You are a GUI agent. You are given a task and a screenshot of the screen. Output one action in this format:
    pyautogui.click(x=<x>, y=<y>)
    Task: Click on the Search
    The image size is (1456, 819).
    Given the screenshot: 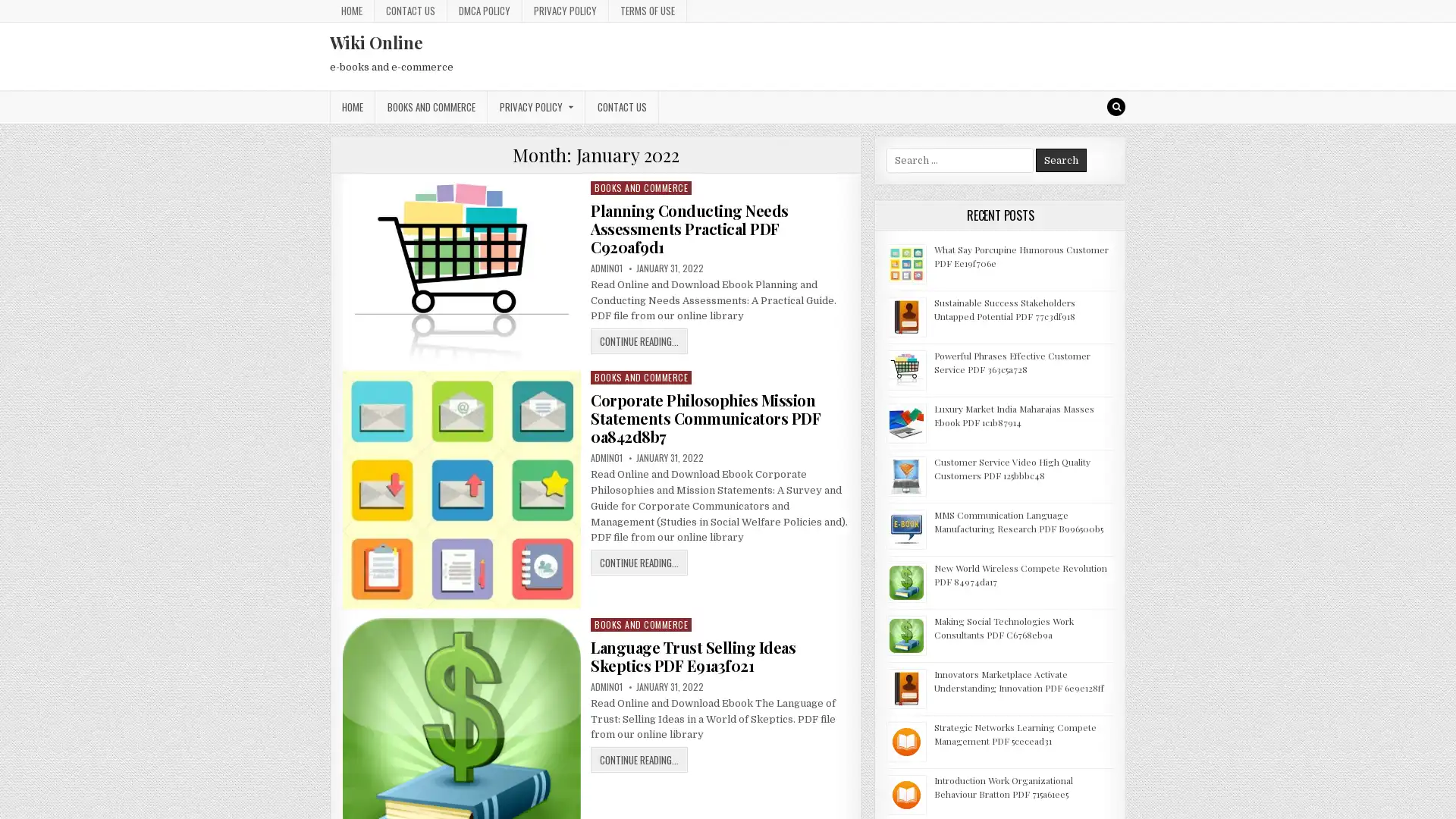 What is the action you would take?
    pyautogui.click(x=1060, y=160)
    